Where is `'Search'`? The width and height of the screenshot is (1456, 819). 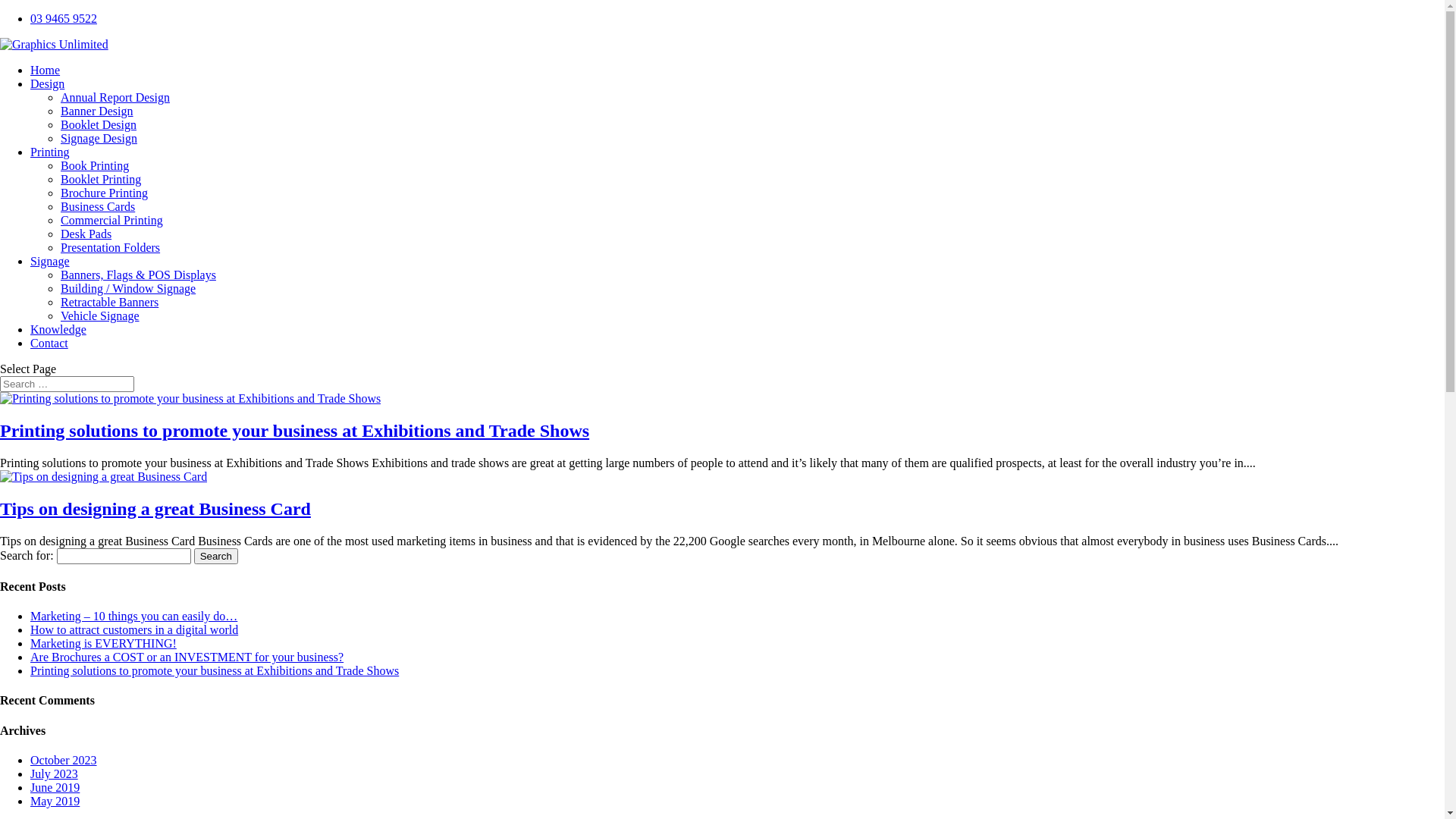 'Search' is located at coordinates (215, 556).